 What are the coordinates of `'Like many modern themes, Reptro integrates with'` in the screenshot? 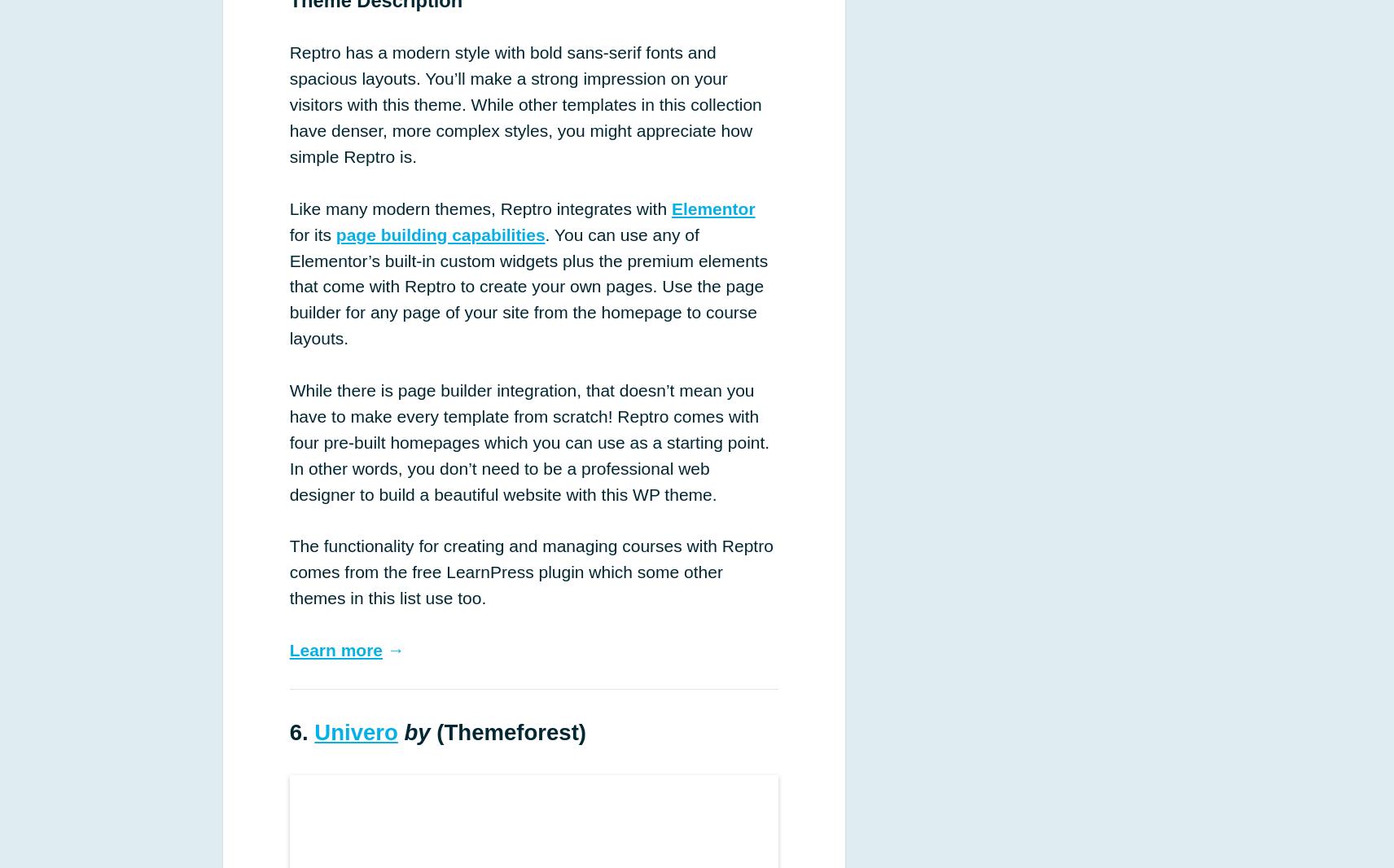 It's located at (479, 207).